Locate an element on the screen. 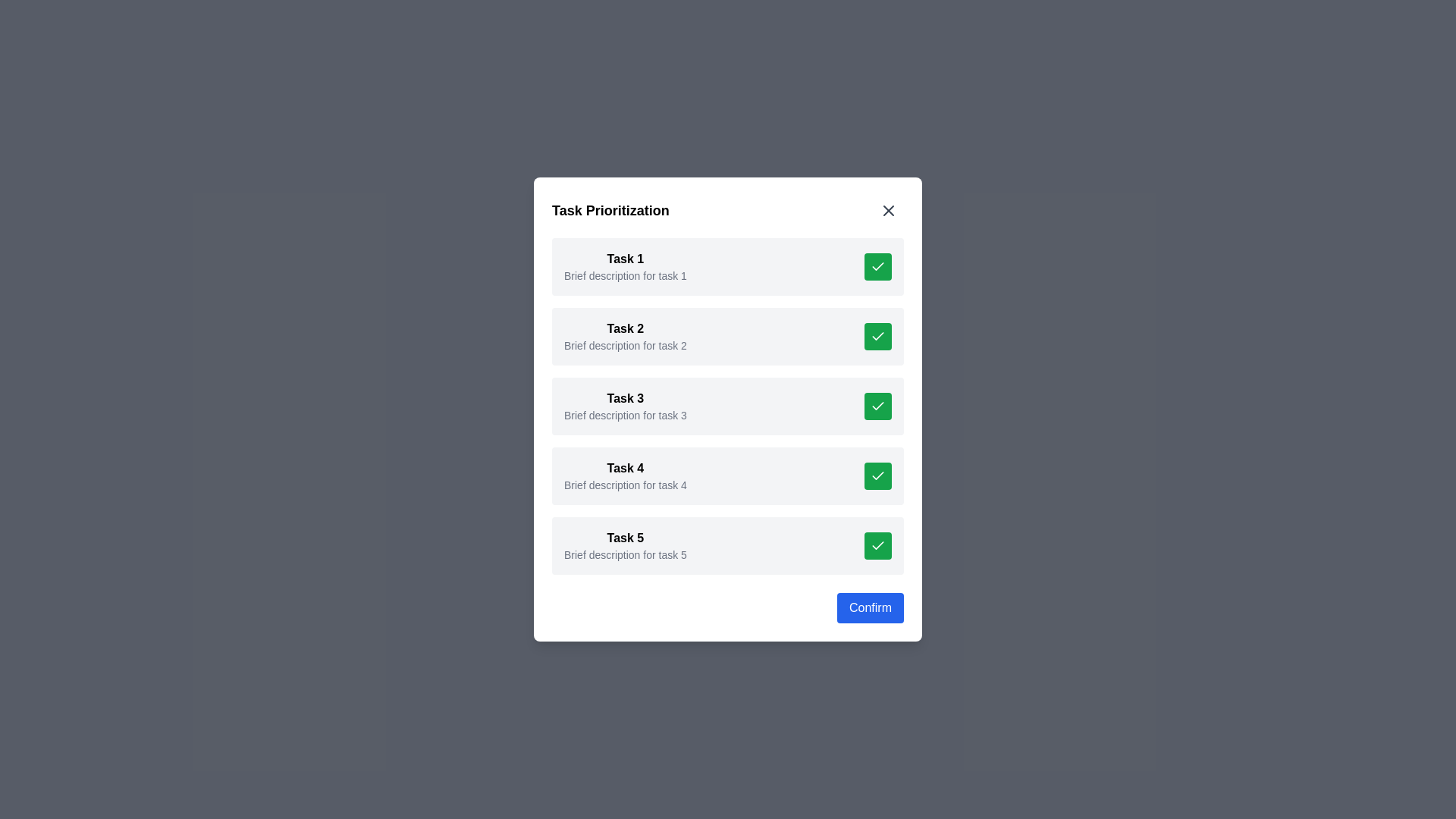 The width and height of the screenshot is (1456, 819). the close button located in the top-right corner of the modal header, adjacent to the 'Task Prioritization' text, to observe the hover effect is located at coordinates (888, 210).